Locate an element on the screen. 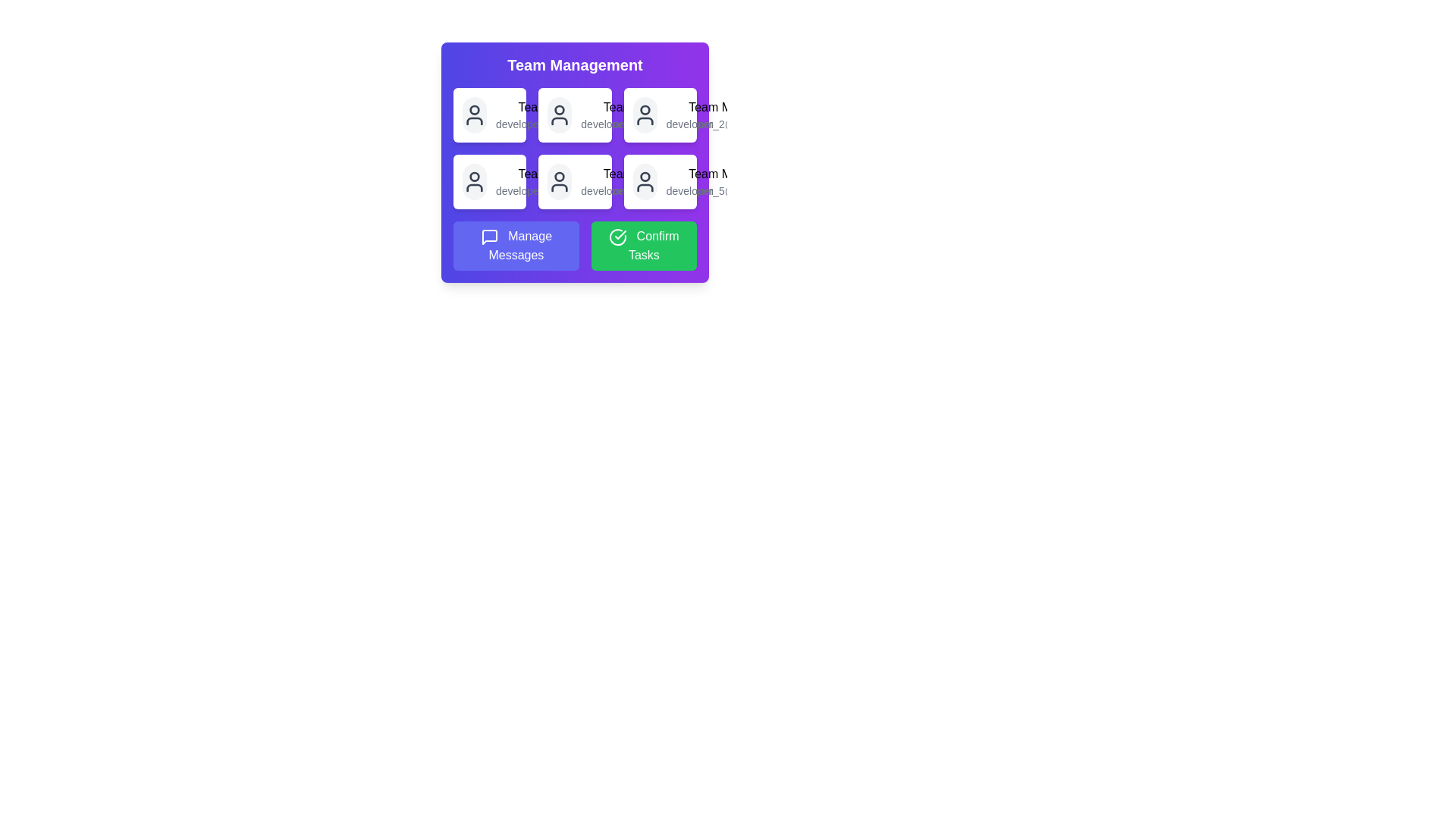 Image resolution: width=1456 pixels, height=819 pixels. 'Manage Messages' icon located to the left of the button in the Team Management interface is located at coordinates (489, 237).